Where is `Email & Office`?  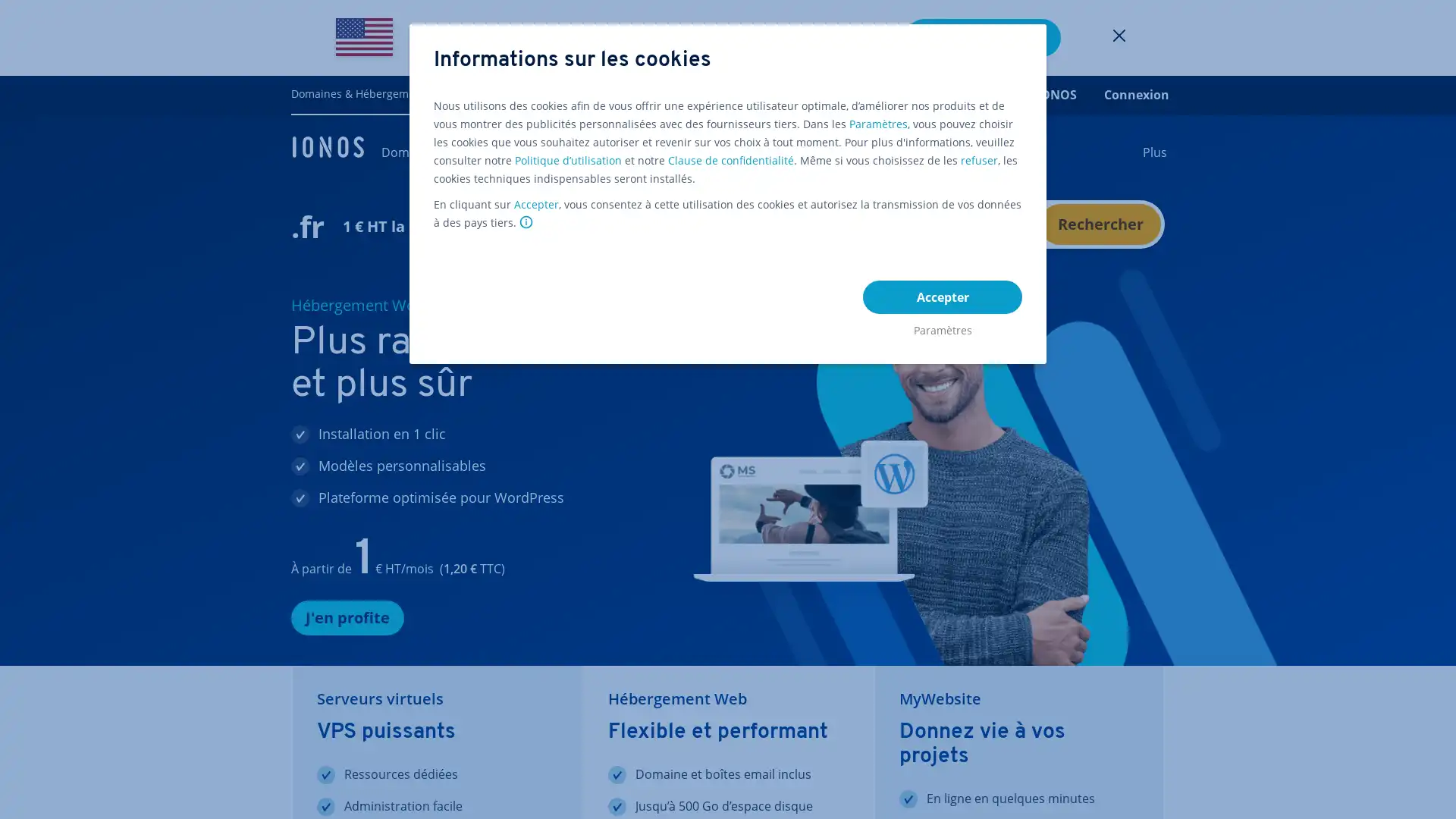 Email & Office is located at coordinates (871, 152).